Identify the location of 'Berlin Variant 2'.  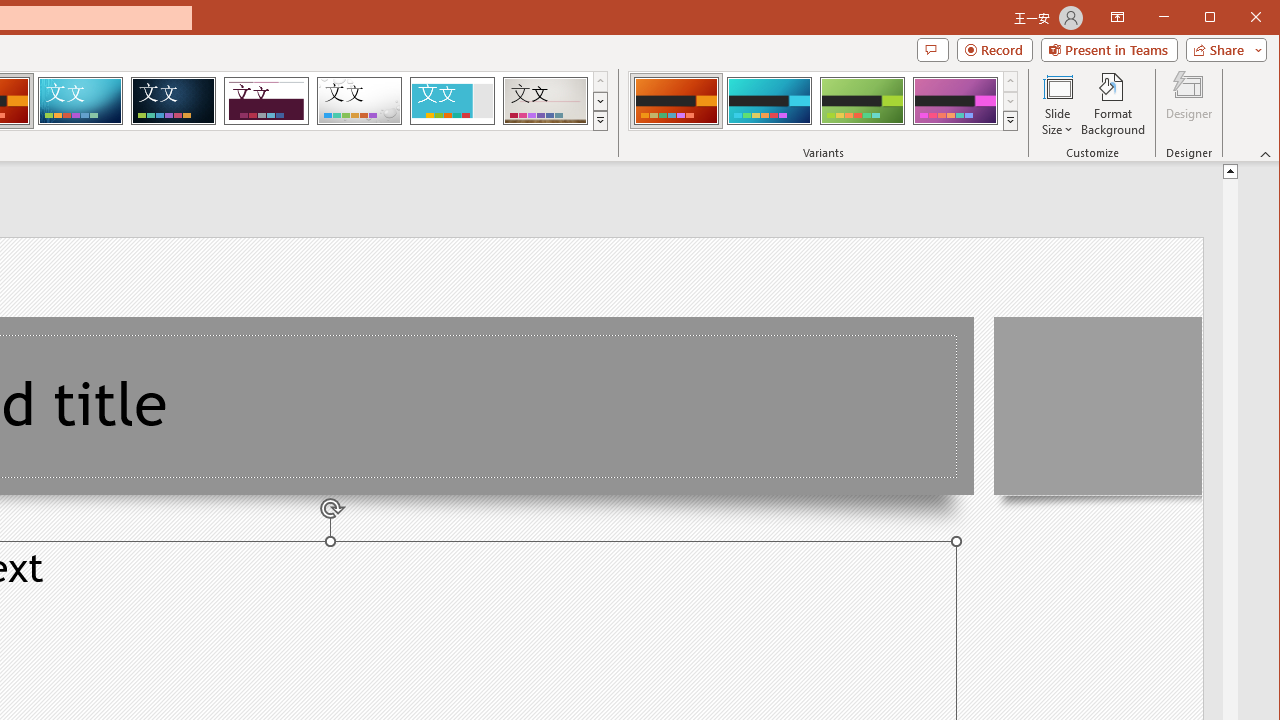
(768, 100).